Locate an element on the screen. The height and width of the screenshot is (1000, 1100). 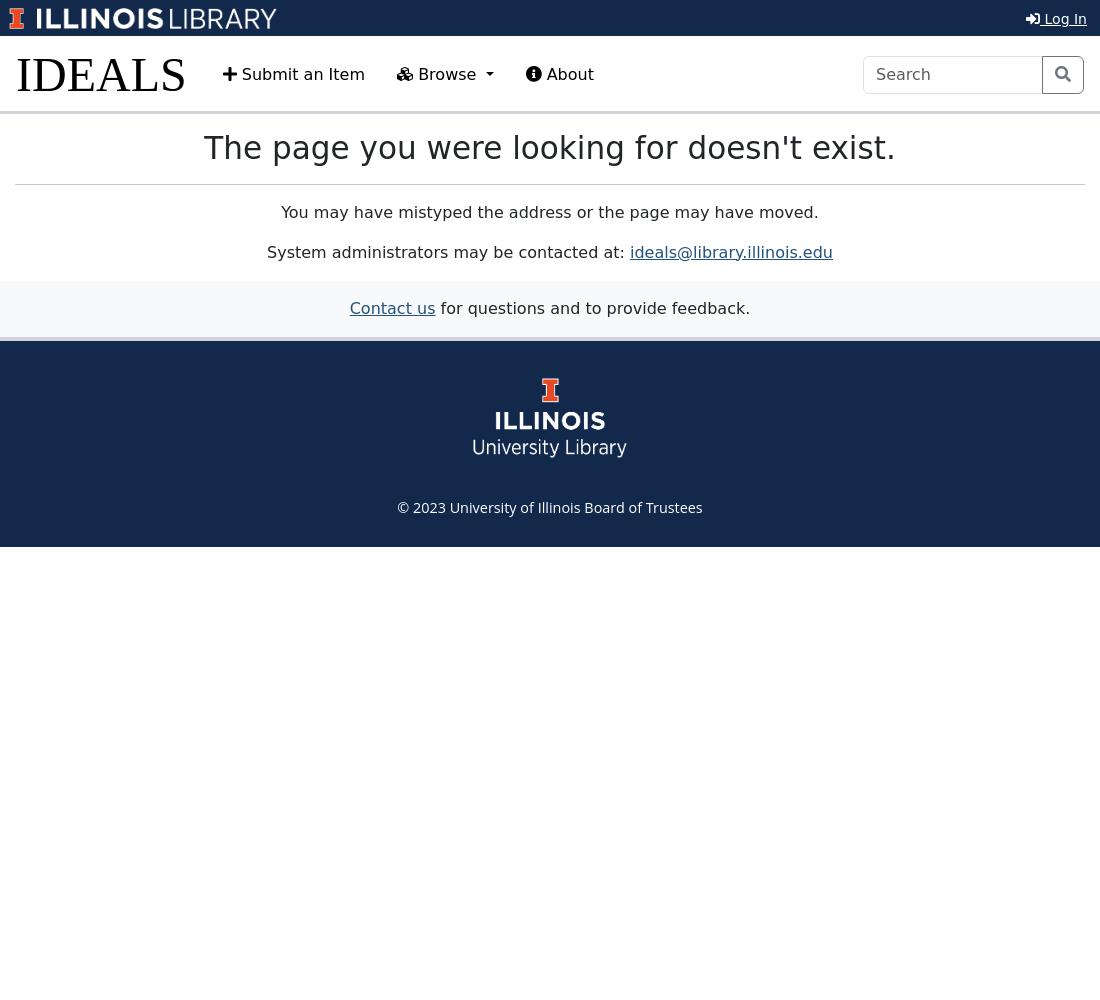
'Log In' is located at coordinates (1063, 19).